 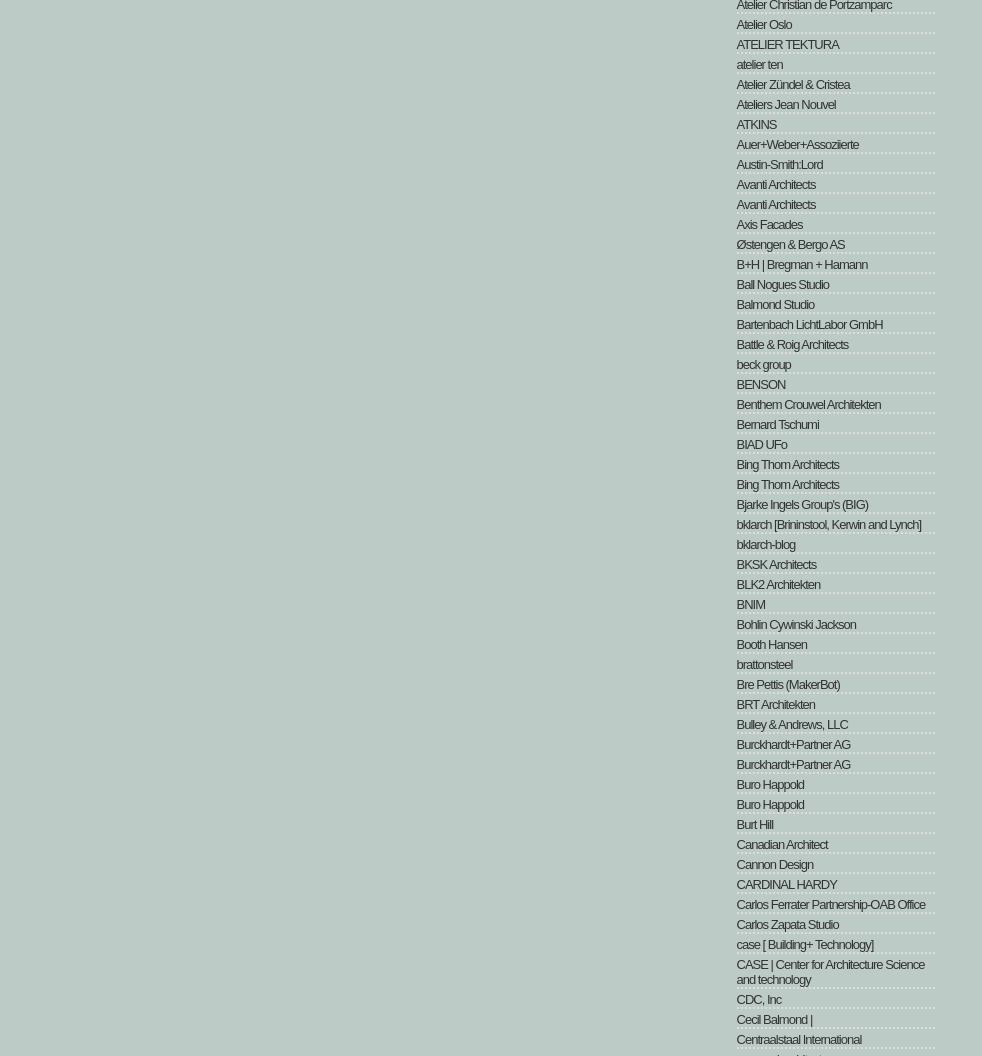 What do you see at coordinates (828, 523) in the screenshot?
I see `'bklarch [Brininstool, Kerwin and Lynch]'` at bounding box center [828, 523].